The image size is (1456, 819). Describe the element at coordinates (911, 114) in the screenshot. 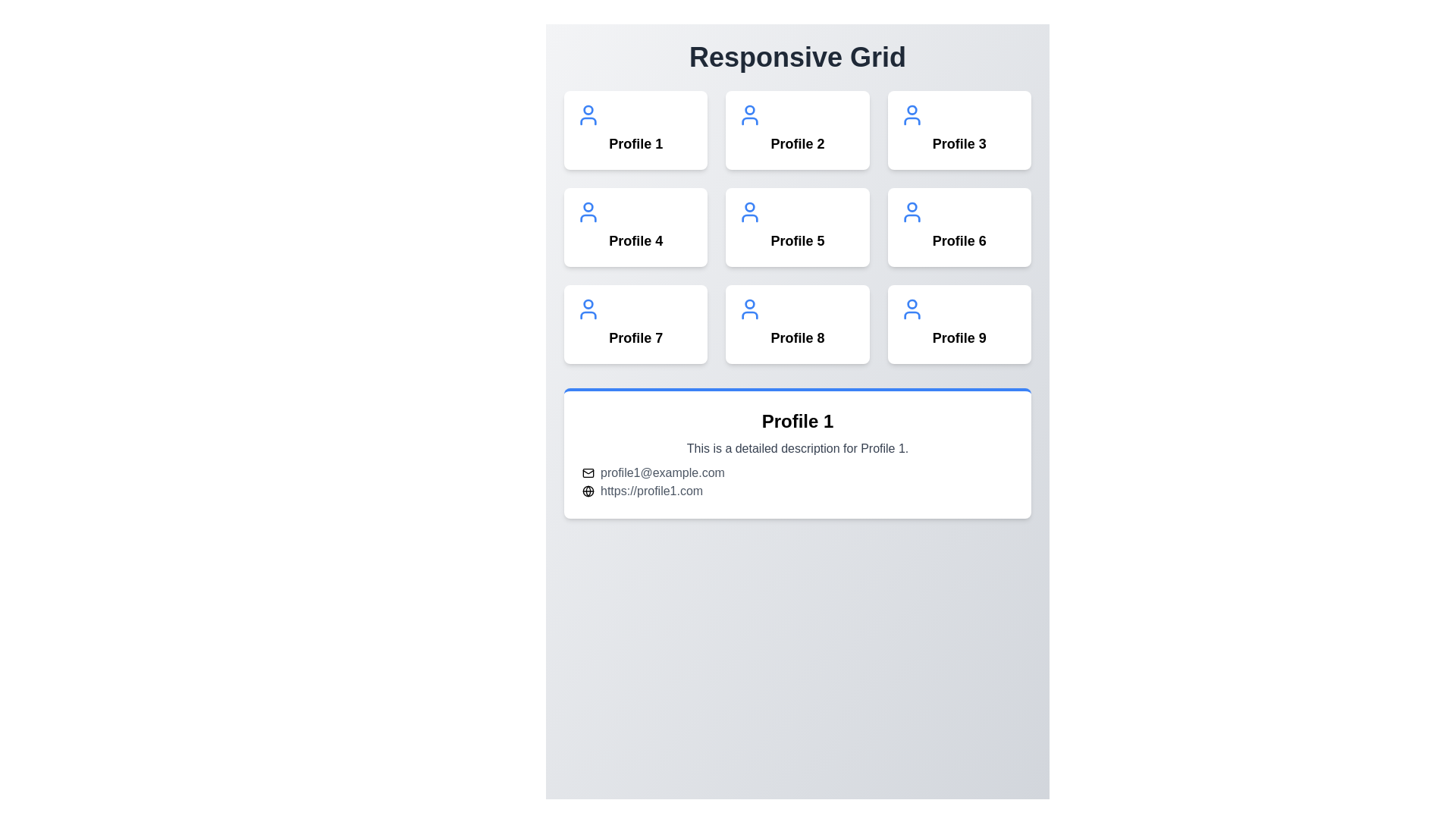

I see `the profile icon representing 'Profile 3', which is located at the upper center of its box among a grid of nine profile boxes` at that location.